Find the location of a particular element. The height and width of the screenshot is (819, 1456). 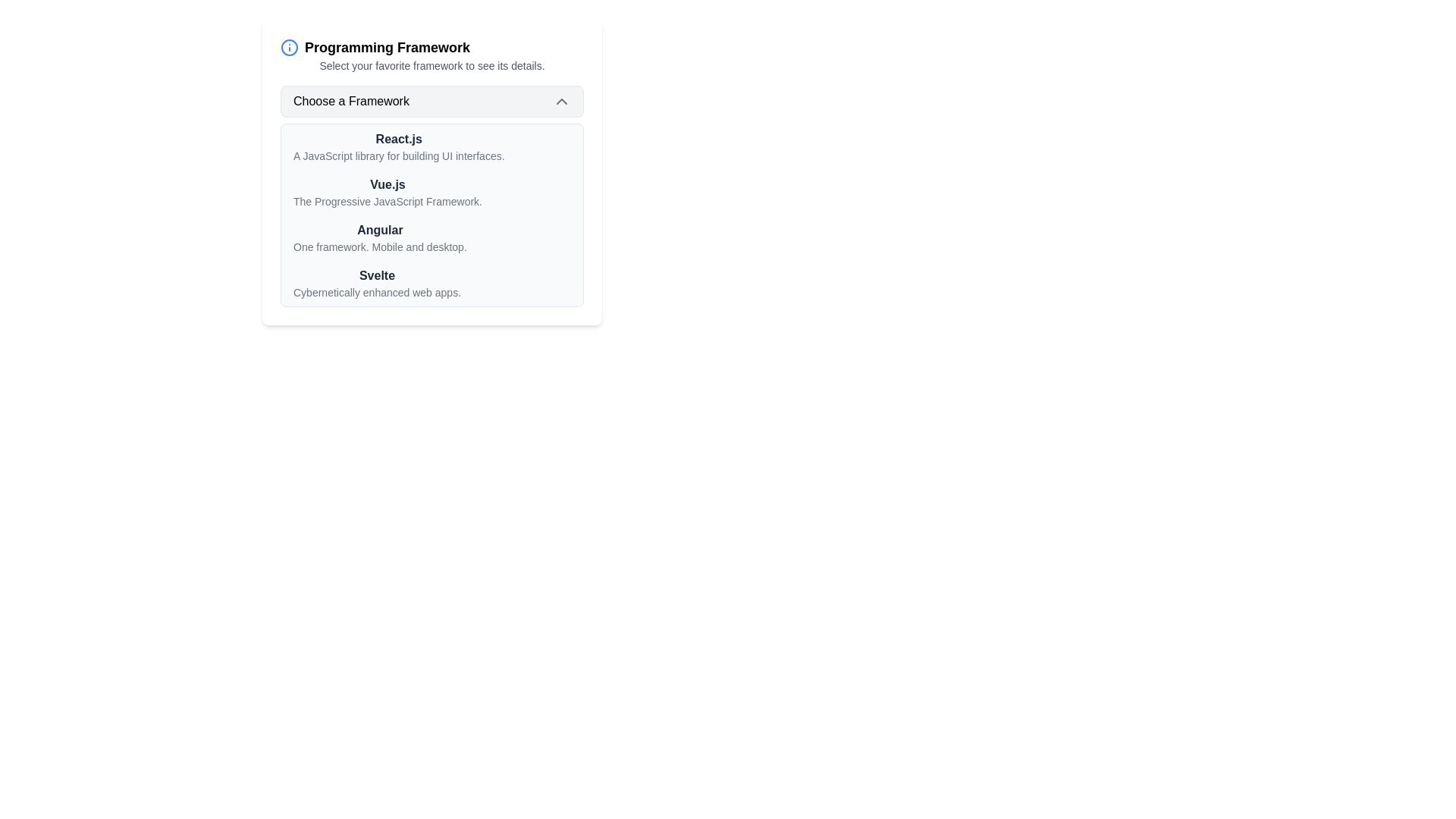

the Informational display element titled 'Angular', which is the third item in the vertical list of programming frameworks is located at coordinates (380, 237).